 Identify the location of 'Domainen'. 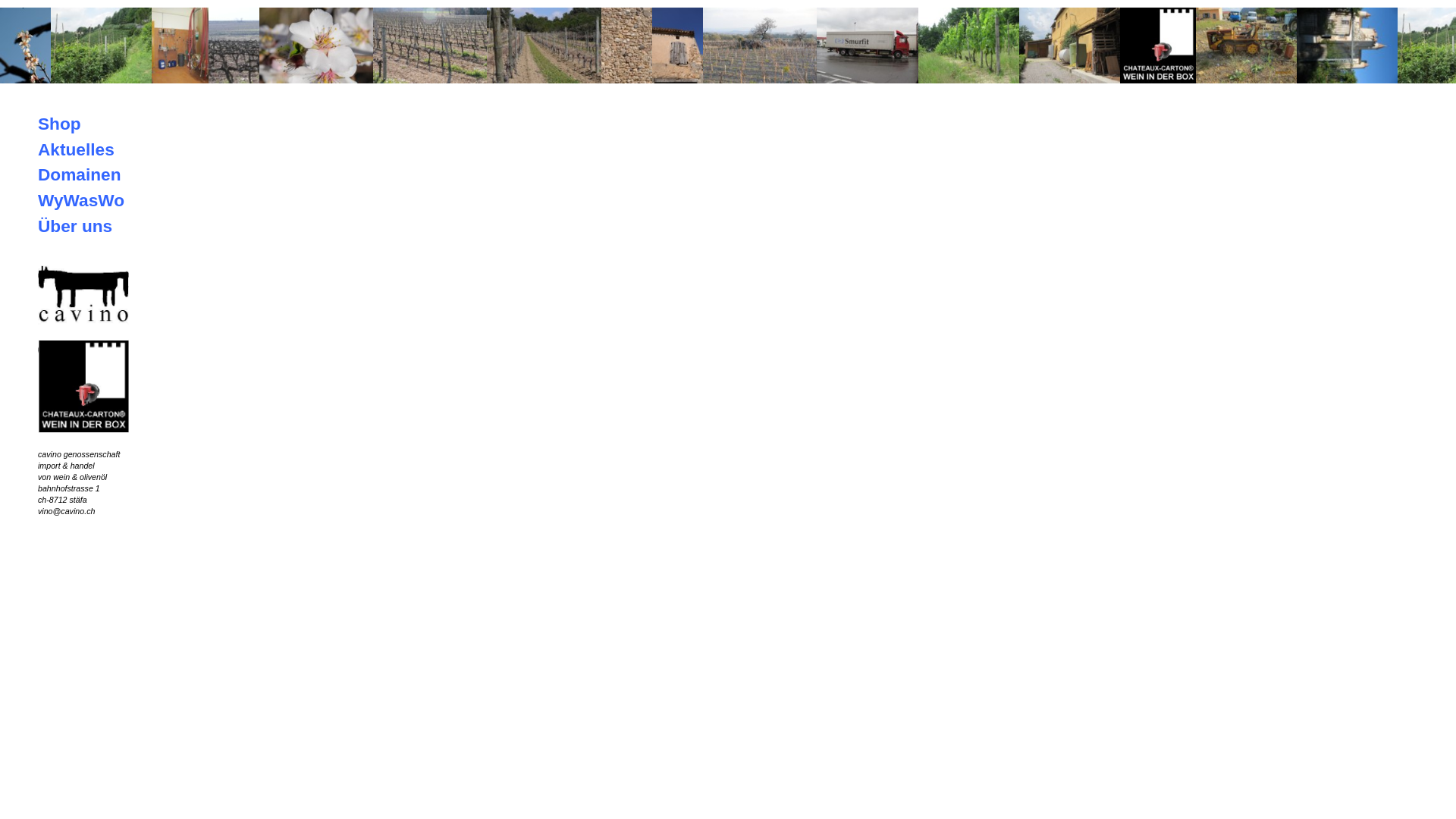
(79, 174).